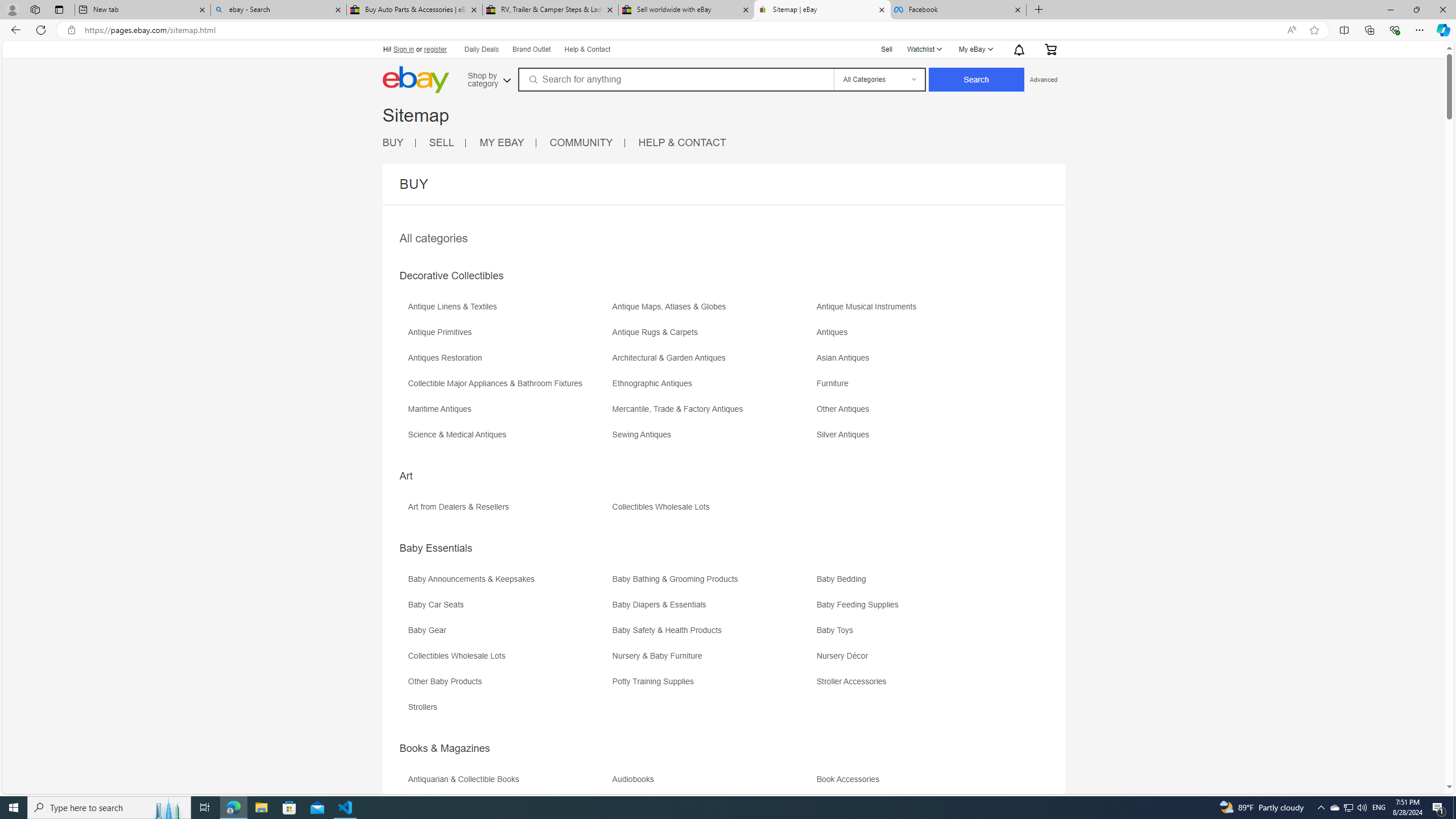 The image size is (1456, 819). Describe the element at coordinates (436, 547) in the screenshot. I see `'Baby Essentials'` at that location.